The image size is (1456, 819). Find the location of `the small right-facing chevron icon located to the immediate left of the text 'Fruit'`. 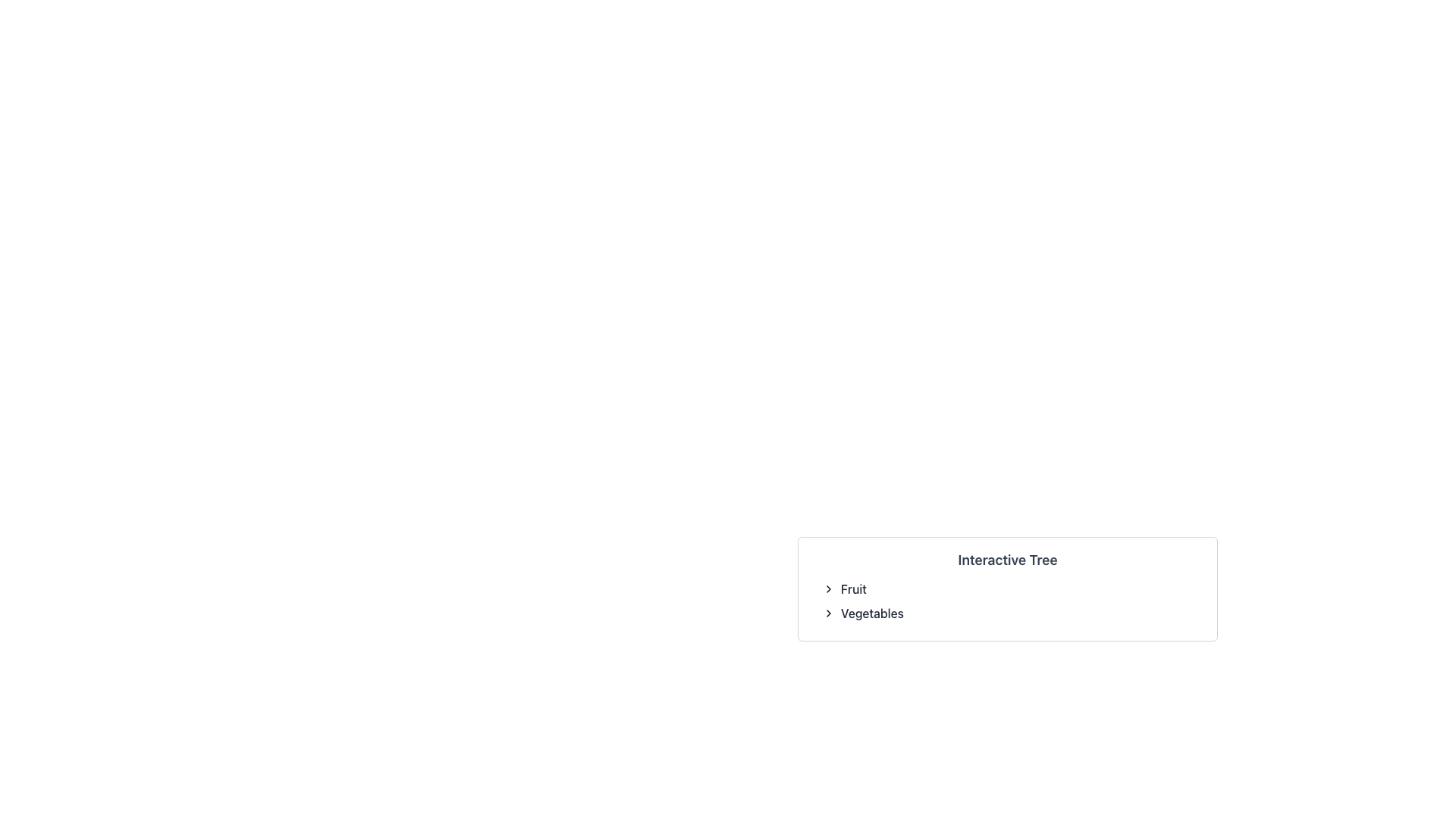

the small right-facing chevron icon located to the immediate left of the text 'Fruit' is located at coordinates (828, 588).